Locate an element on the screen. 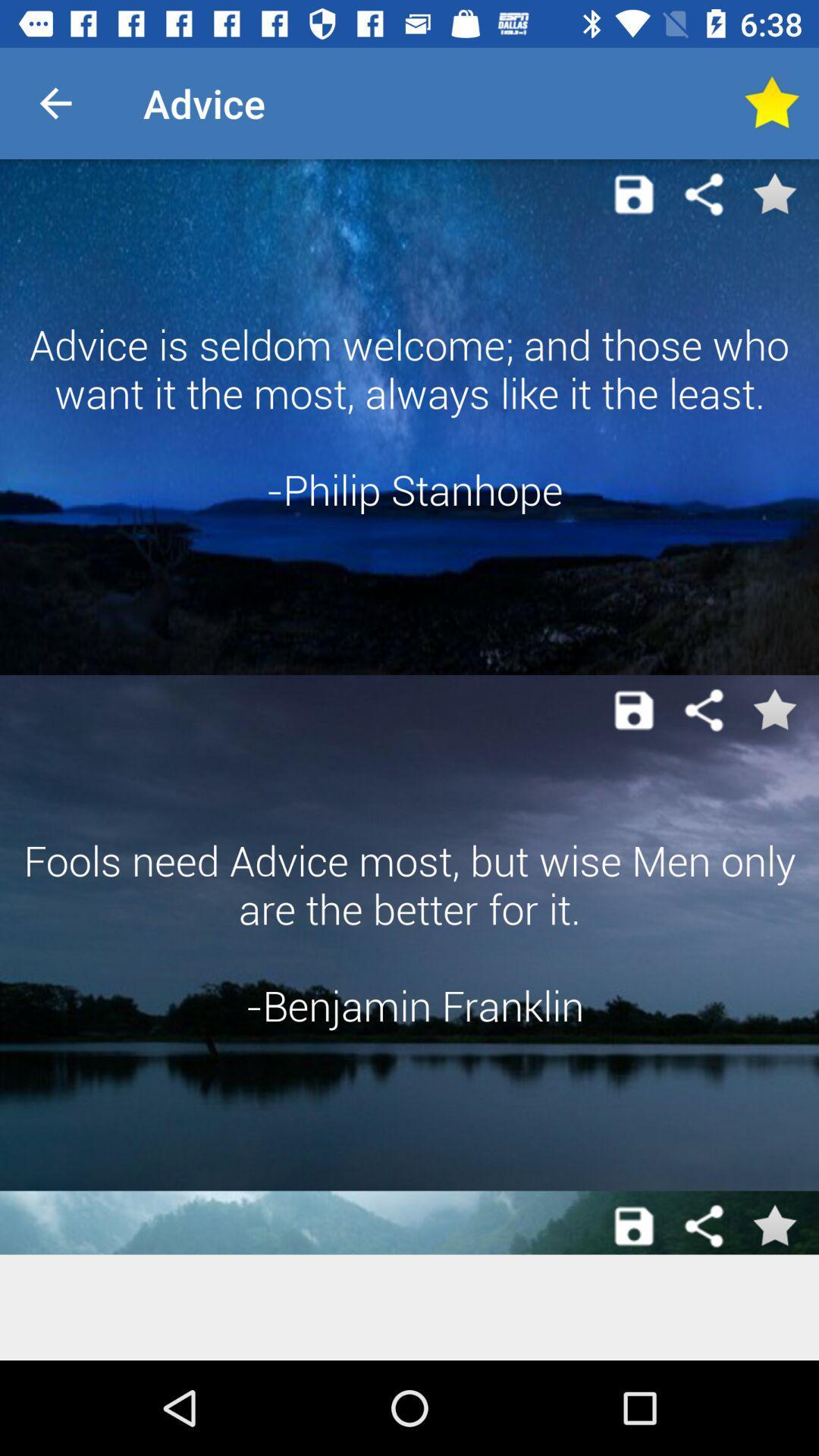  like/save is located at coordinates (771, 102).